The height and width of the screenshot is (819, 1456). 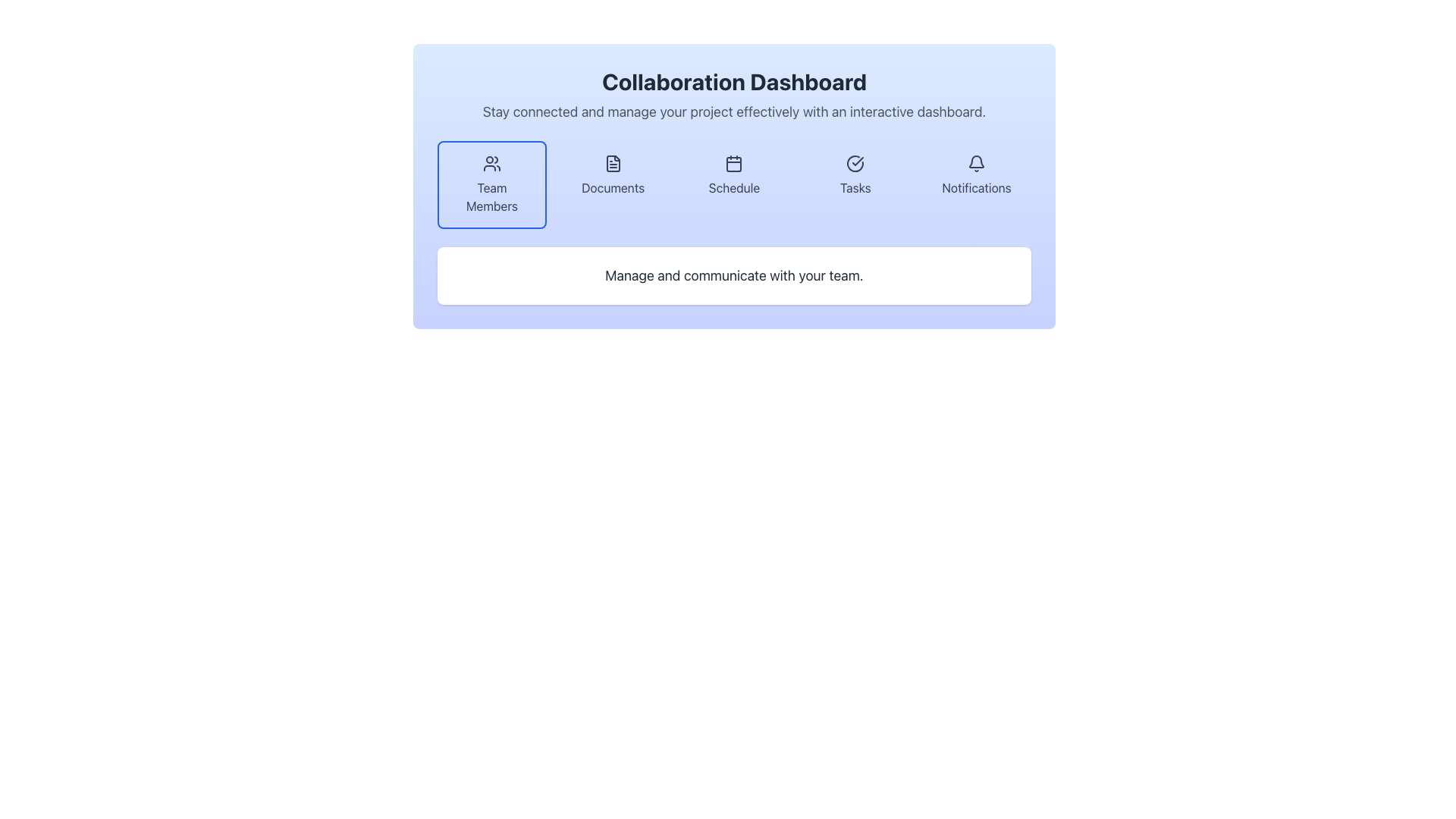 What do you see at coordinates (976, 164) in the screenshot?
I see `the bell icon located above the 'Notifications' text` at bounding box center [976, 164].